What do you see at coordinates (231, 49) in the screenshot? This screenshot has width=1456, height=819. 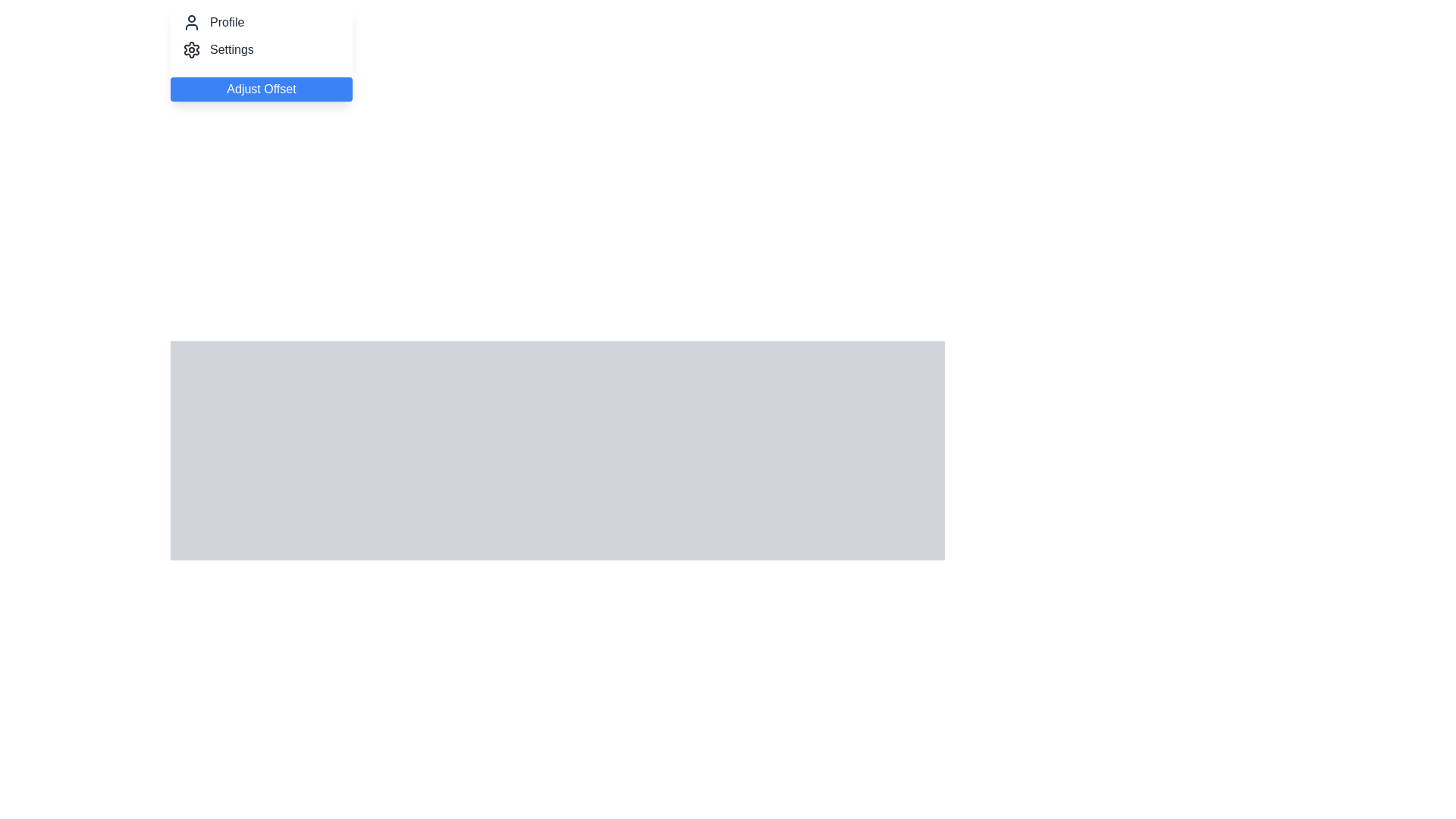 I see `the 'Settings' text label, which is a medium font weight in dark gray, located within a dropdown menu and positioned to the right of a gear icon` at bounding box center [231, 49].